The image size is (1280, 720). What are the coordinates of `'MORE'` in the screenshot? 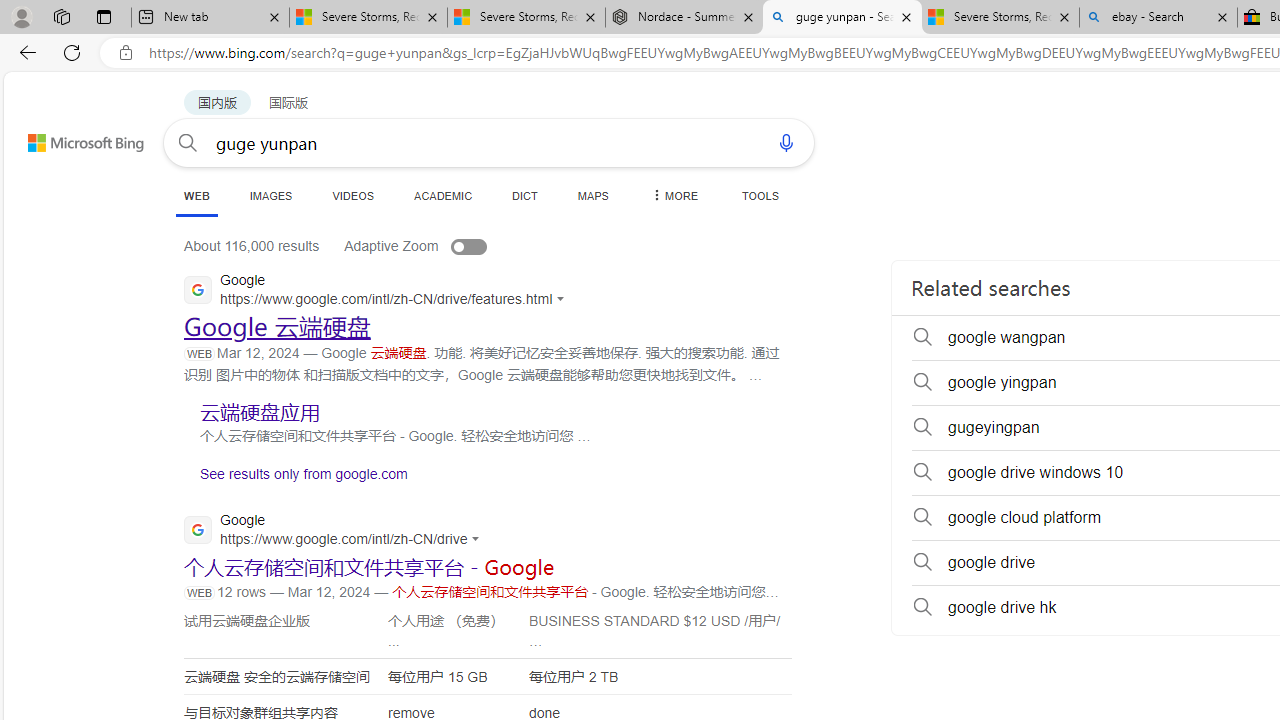 It's located at (673, 195).